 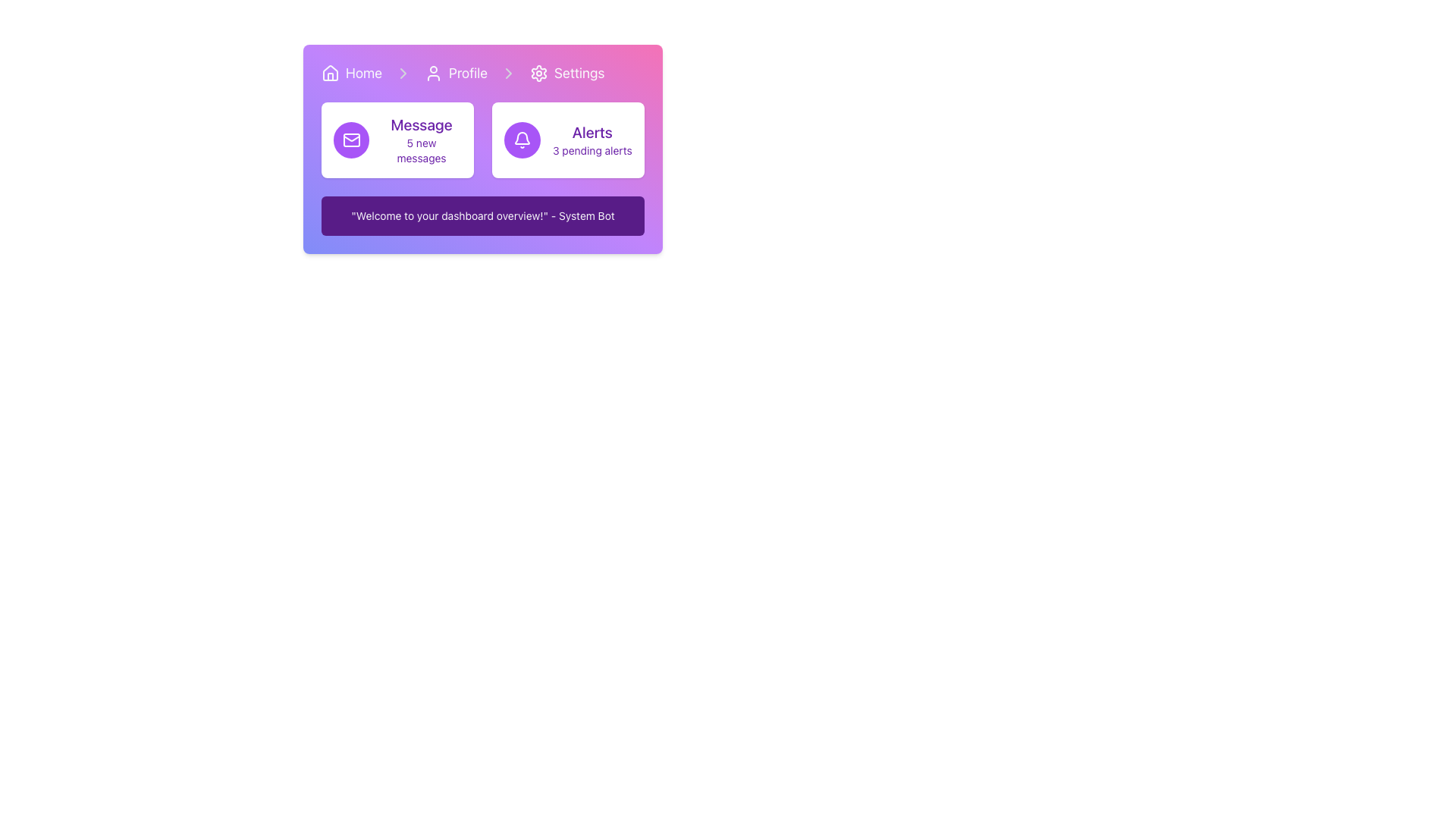 I want to click on the Text information block that displays alert-related information, indicating '3 pending alerts' in the top-right card layout, so click(x=591, y=140).